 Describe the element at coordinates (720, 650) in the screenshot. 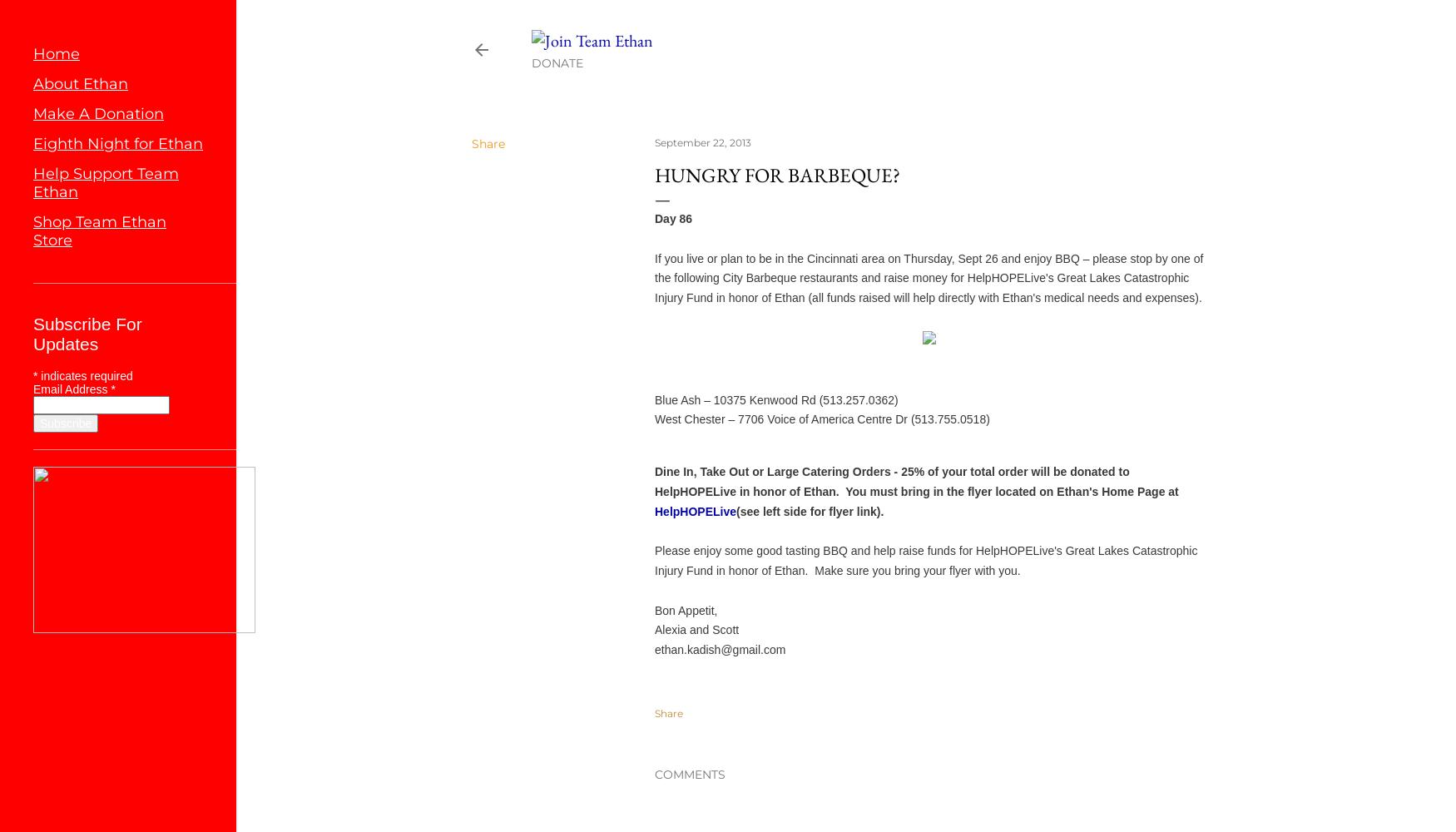

I see `'ethan.kadish@gmail.com'` at that location.